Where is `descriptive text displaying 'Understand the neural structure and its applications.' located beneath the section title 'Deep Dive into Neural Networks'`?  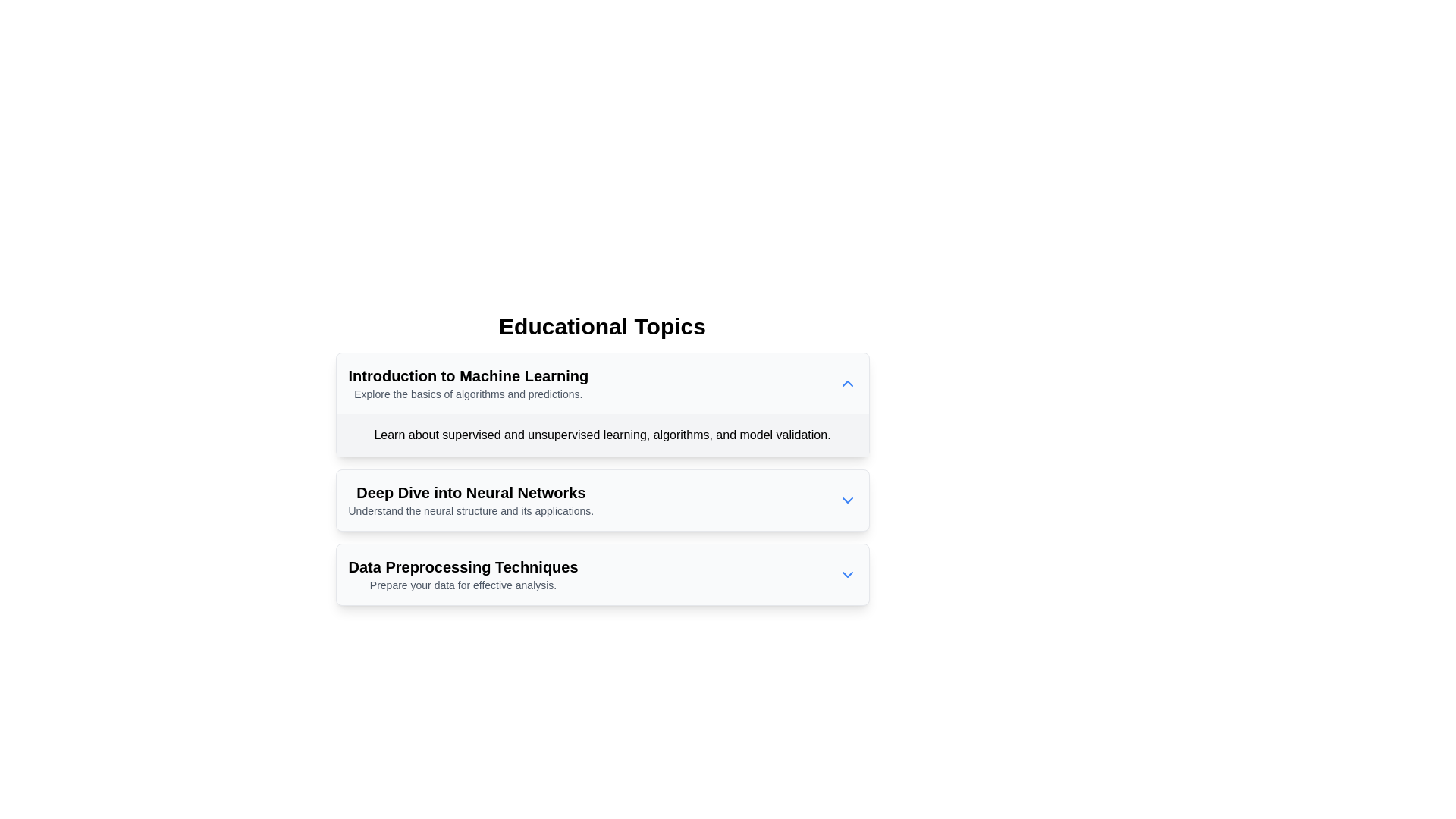 descriptive text displaying 'Understand the neural structure and its applications.' located beneath the section title 'Deep Dive into Neural Networks' is located at coordinates (470, 511).